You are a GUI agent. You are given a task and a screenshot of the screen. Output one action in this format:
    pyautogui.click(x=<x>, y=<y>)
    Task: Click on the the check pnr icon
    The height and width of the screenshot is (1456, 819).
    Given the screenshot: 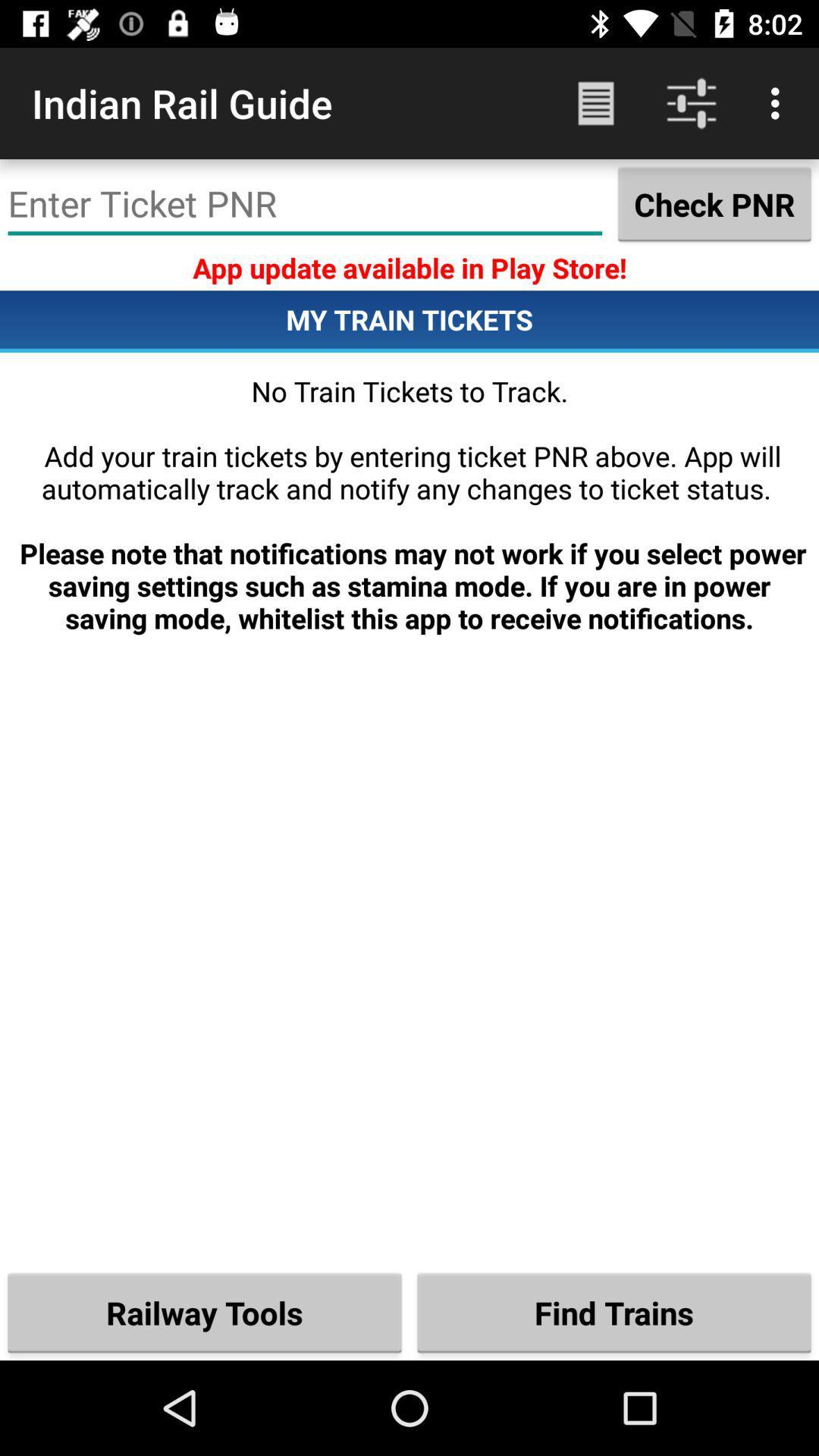 What is the action you would take?
    pyautogui.click(x=714, y=203)
    